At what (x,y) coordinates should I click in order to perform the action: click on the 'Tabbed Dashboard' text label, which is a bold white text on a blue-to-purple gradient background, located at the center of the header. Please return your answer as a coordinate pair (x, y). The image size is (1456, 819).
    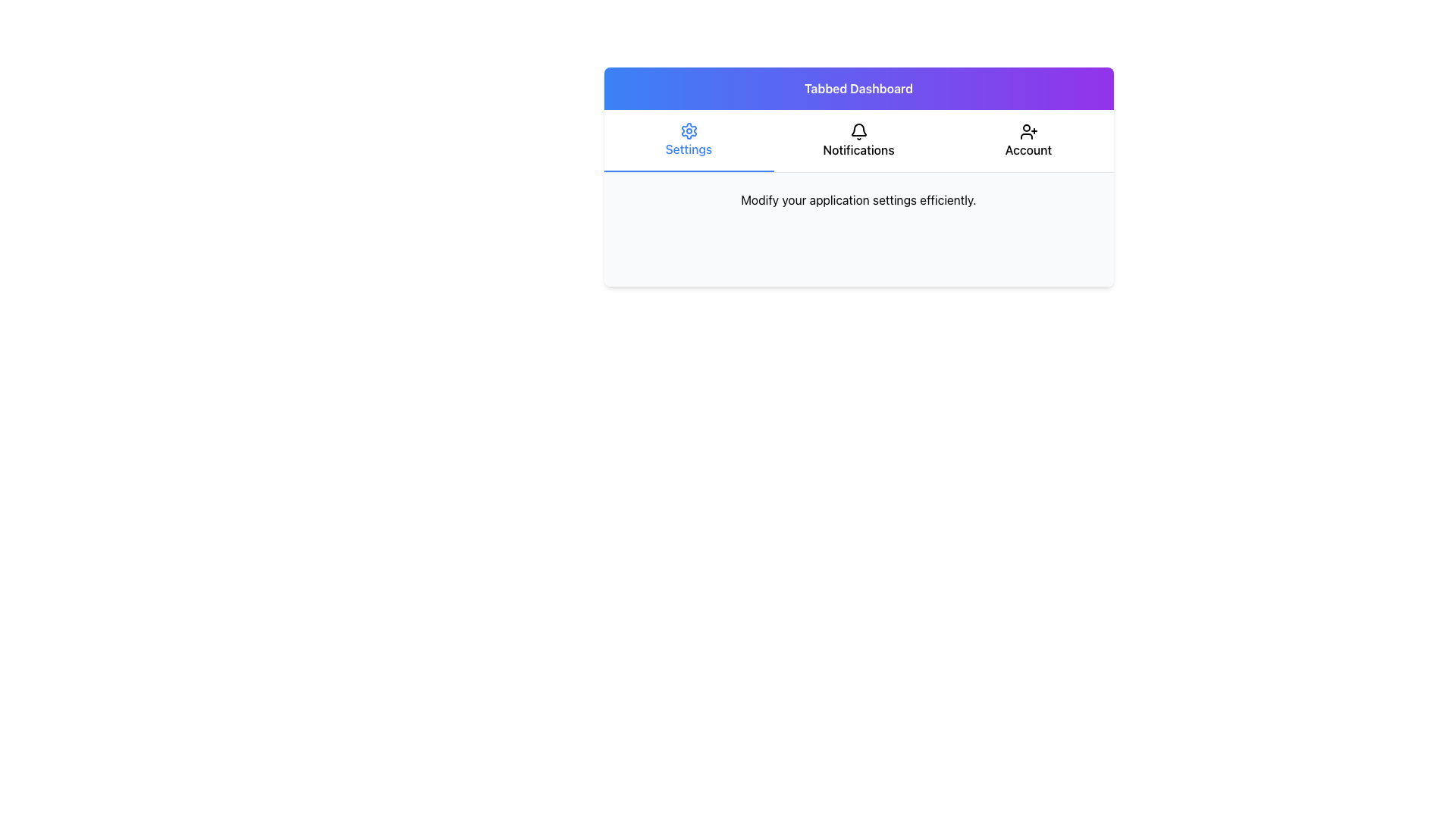
    Looking at the image, I should click on (858, 88).